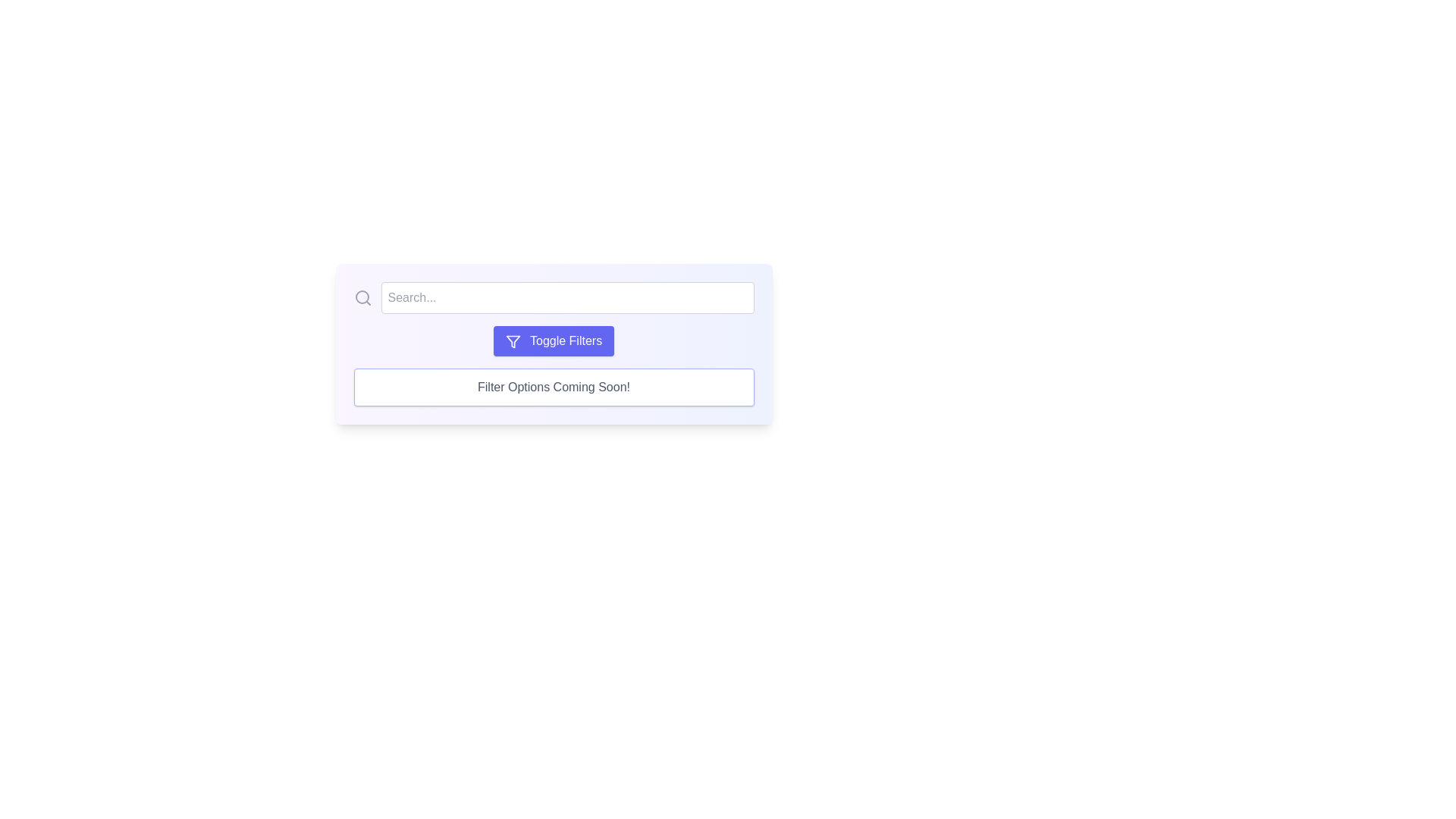 Image resolution: width=1456 pixels, height=819 pixels. Describe the element at coordinates (553, 344) in the screenshot. I see `the 'Toggle Filters' button which is a rectangular button with a vibrant indigo background and white text, located centrally in its section above a description text box` at that location.